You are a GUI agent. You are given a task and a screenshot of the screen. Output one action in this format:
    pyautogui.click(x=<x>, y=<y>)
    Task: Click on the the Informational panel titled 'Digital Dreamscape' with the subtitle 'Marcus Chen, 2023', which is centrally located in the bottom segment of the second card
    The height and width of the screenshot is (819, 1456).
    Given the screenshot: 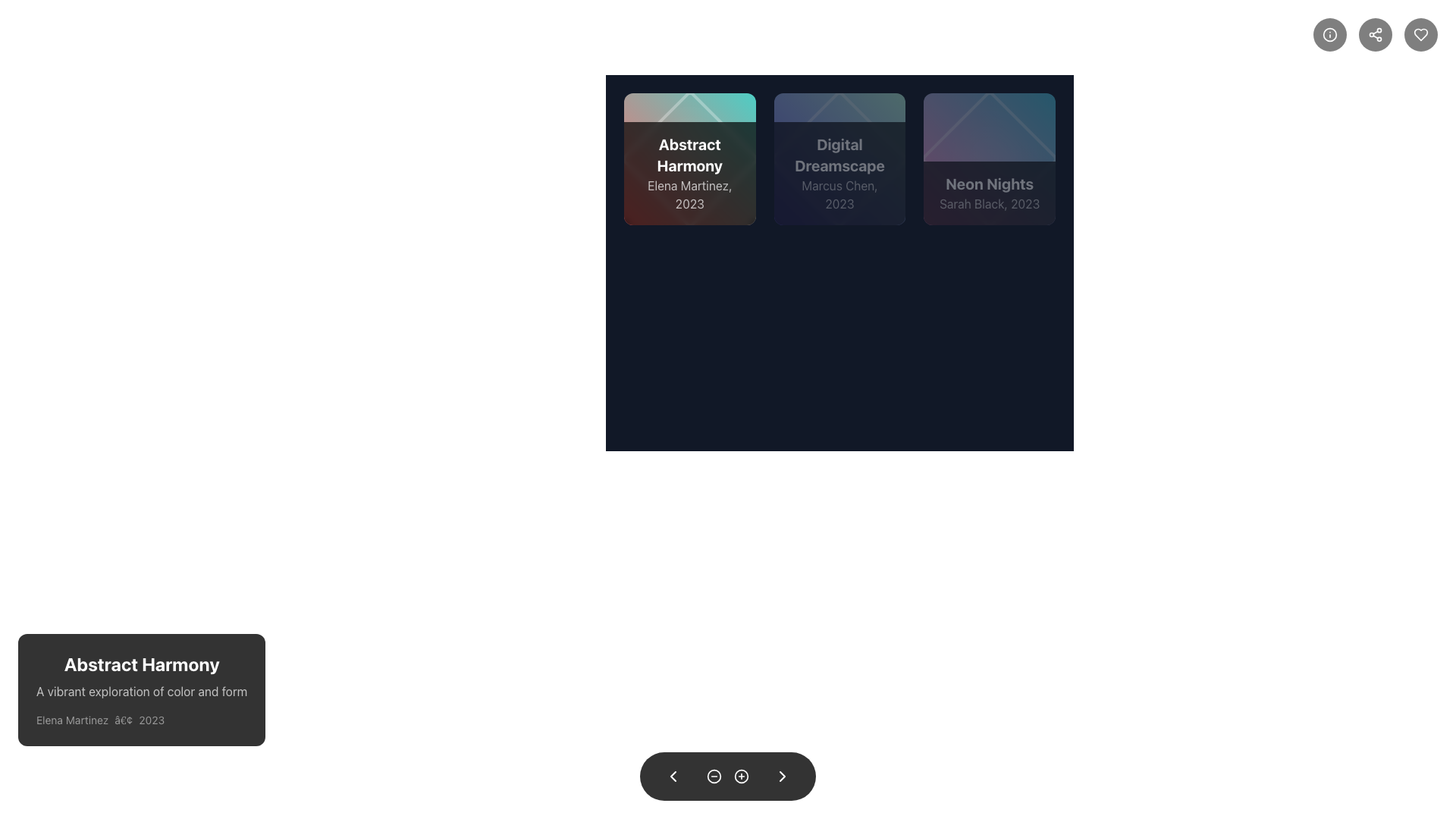 What is the action you would take?
    pyautogui.click(x=839, y=172)
    